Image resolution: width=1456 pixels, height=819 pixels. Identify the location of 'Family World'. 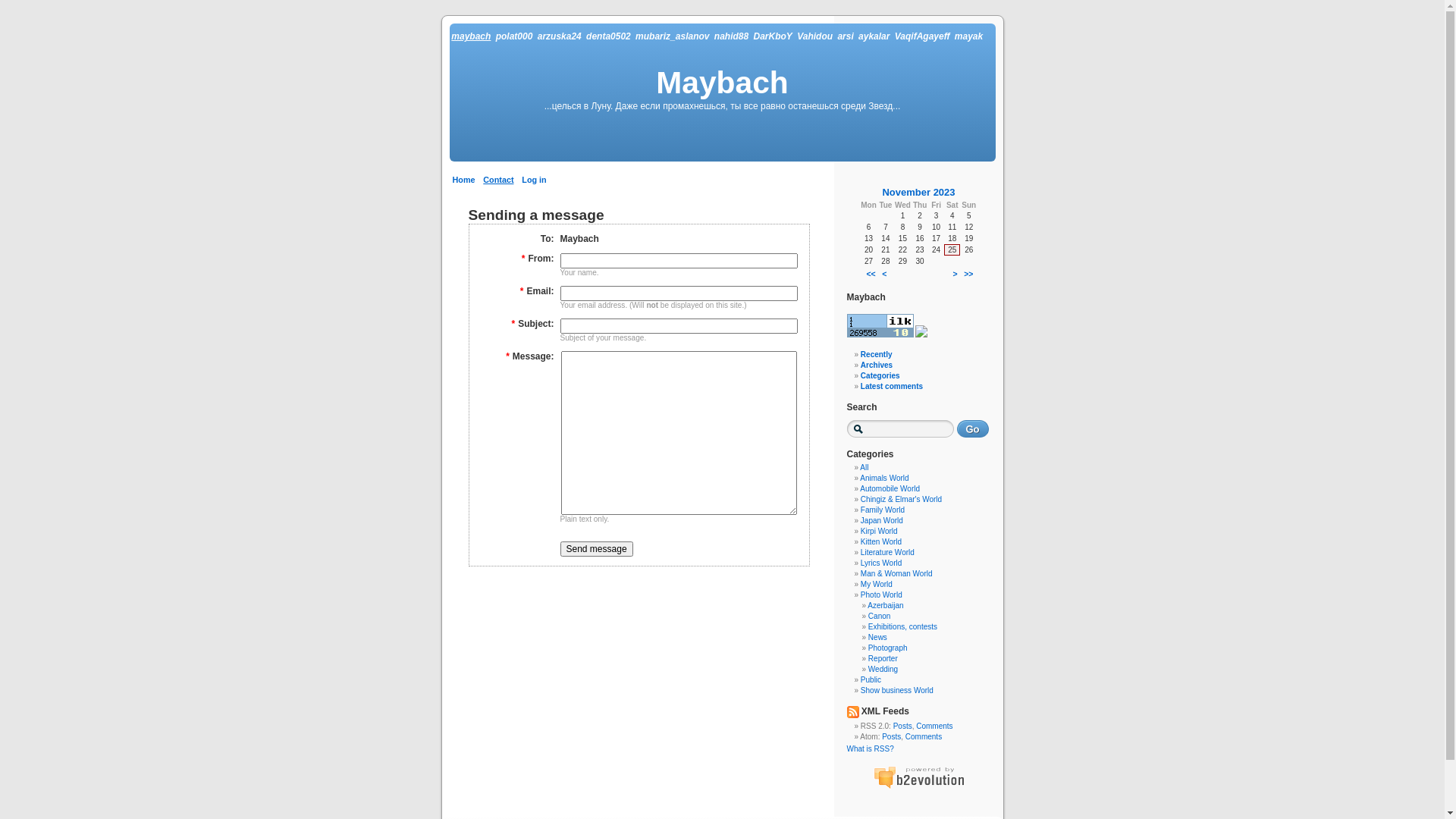
(882, 510).